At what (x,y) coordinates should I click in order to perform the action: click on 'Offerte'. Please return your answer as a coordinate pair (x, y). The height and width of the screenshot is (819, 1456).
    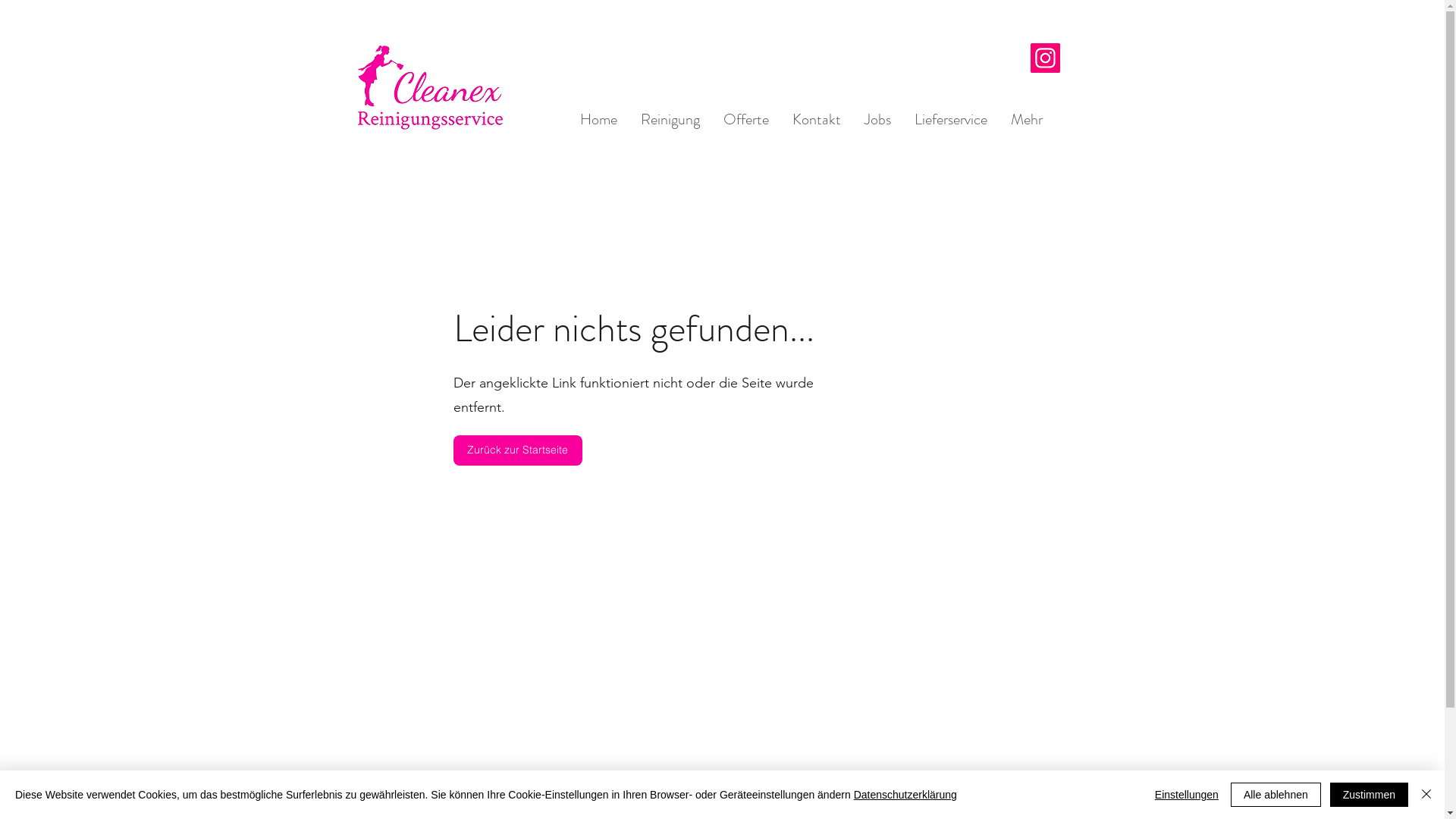
    Looking at the image, I should click on (745, 118).